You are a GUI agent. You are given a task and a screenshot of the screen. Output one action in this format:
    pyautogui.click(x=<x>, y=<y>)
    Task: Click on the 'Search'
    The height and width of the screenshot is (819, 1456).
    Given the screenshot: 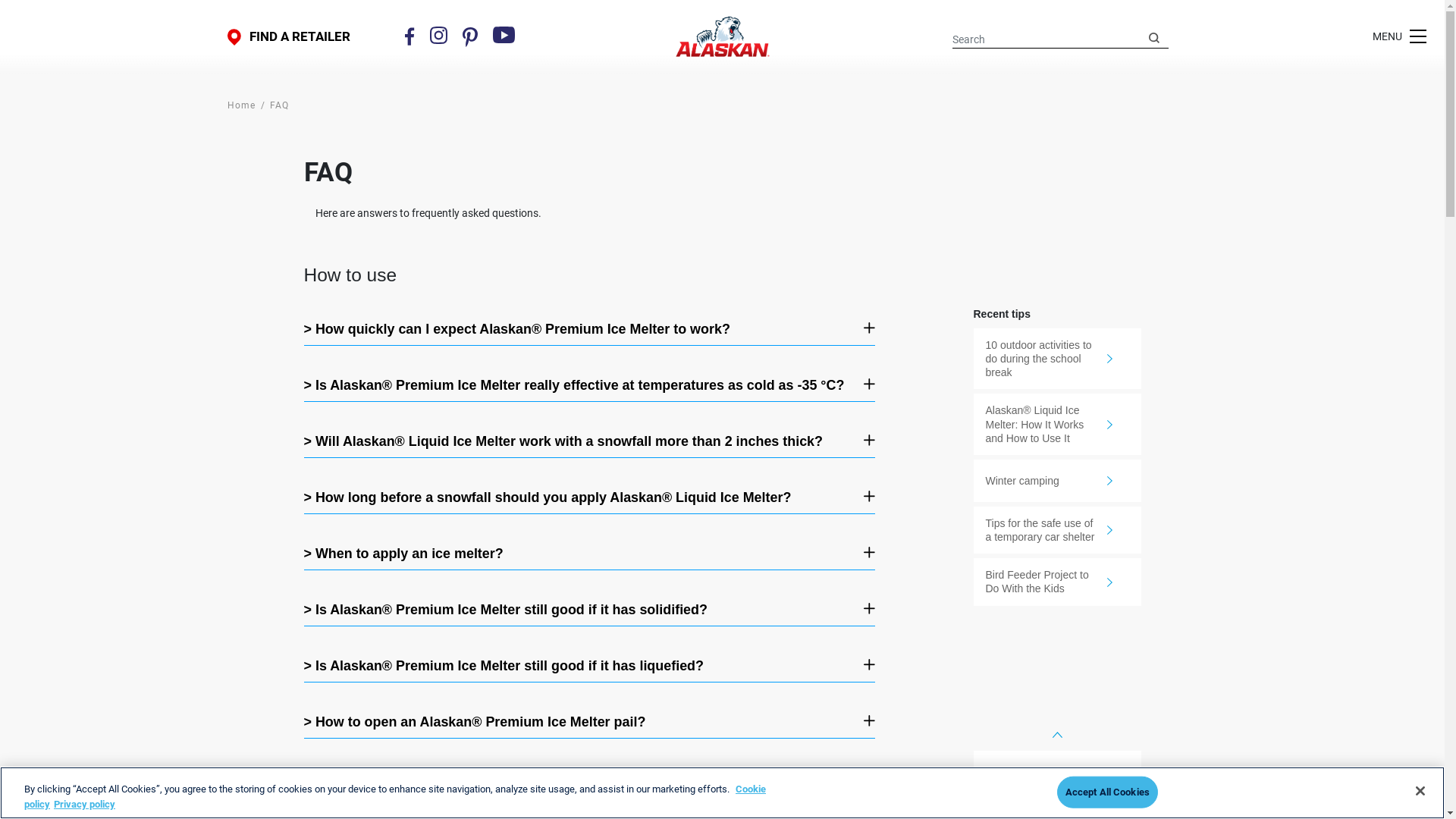 What is the action you would take?
    pyautogui.click(x=1153, y=36)
    